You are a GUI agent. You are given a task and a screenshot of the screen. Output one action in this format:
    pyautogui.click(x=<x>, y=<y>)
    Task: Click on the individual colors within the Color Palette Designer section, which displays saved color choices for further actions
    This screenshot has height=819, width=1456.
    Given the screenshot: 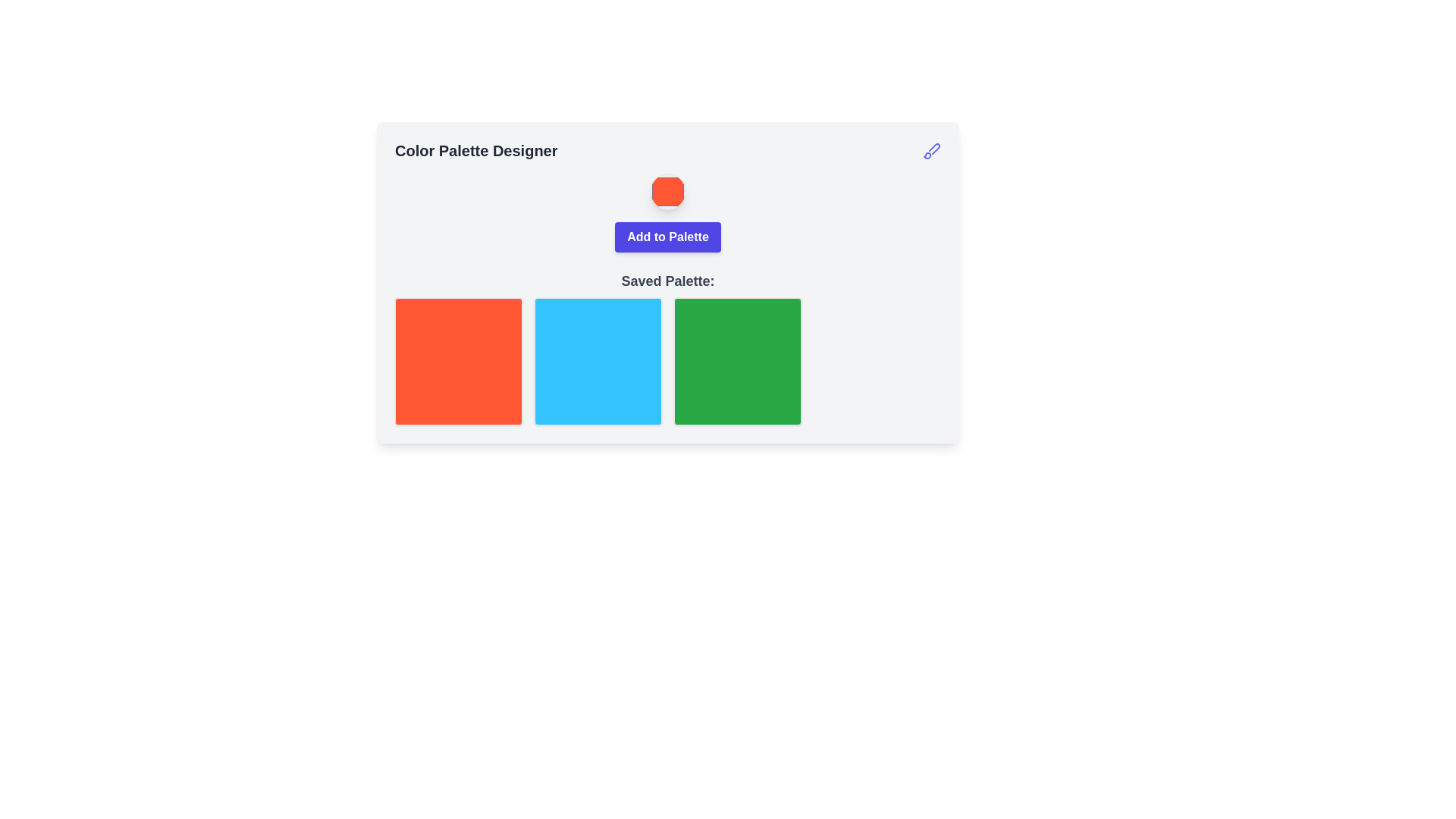 What is the action you would take?
    pyautogui.click(x=667, y=348)
    